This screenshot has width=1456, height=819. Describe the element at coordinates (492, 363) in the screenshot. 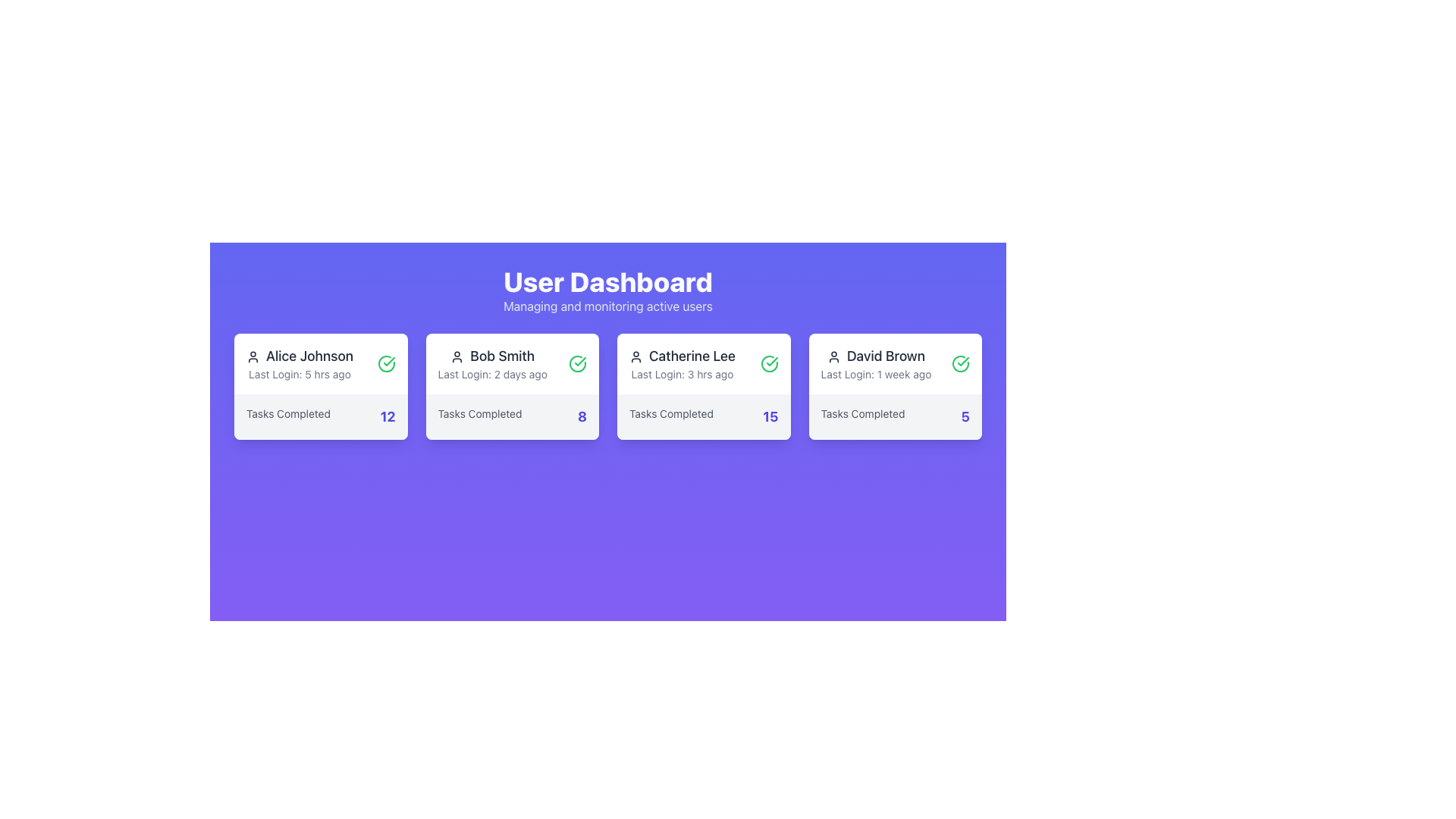

I see `the text display component that shows the user's name and last login time, located in the second card on the dashboard` at that location.